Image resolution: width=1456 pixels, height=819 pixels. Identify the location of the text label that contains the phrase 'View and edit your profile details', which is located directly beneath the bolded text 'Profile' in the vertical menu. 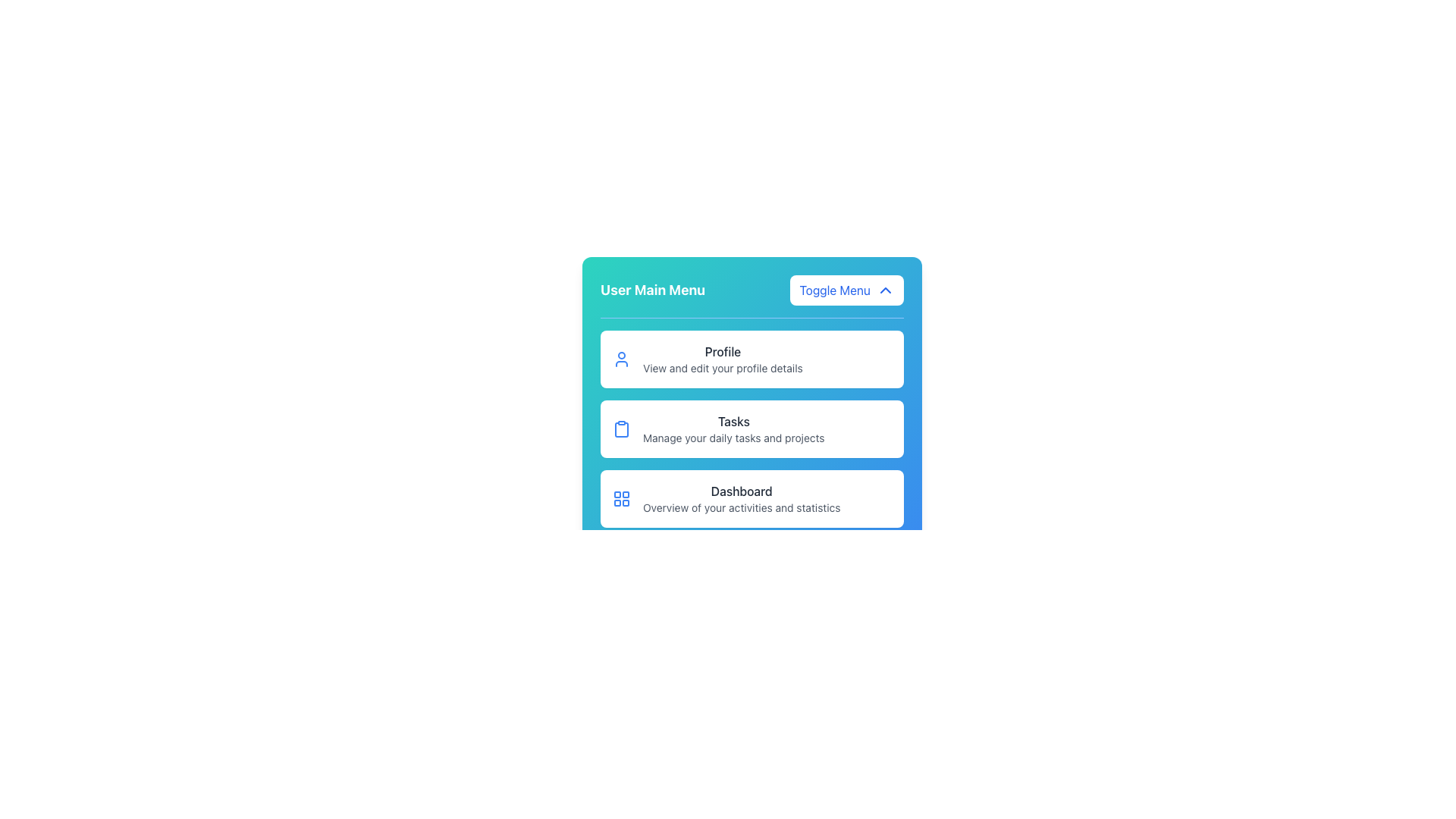
(722, 369).